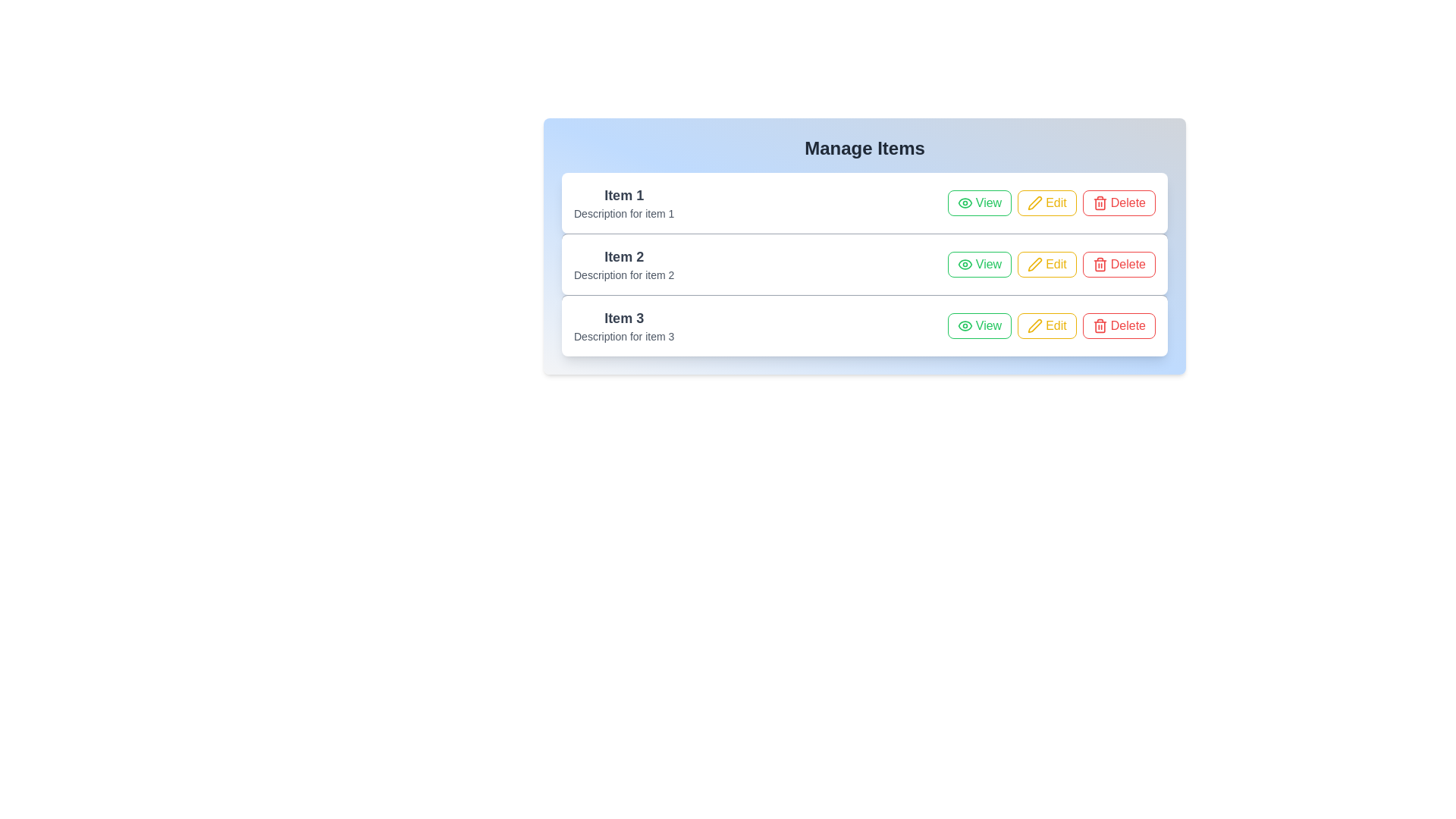 The image size is (1456, 819). I want to click on the 'View' button of the item with title Item 1, so click(979, 202).